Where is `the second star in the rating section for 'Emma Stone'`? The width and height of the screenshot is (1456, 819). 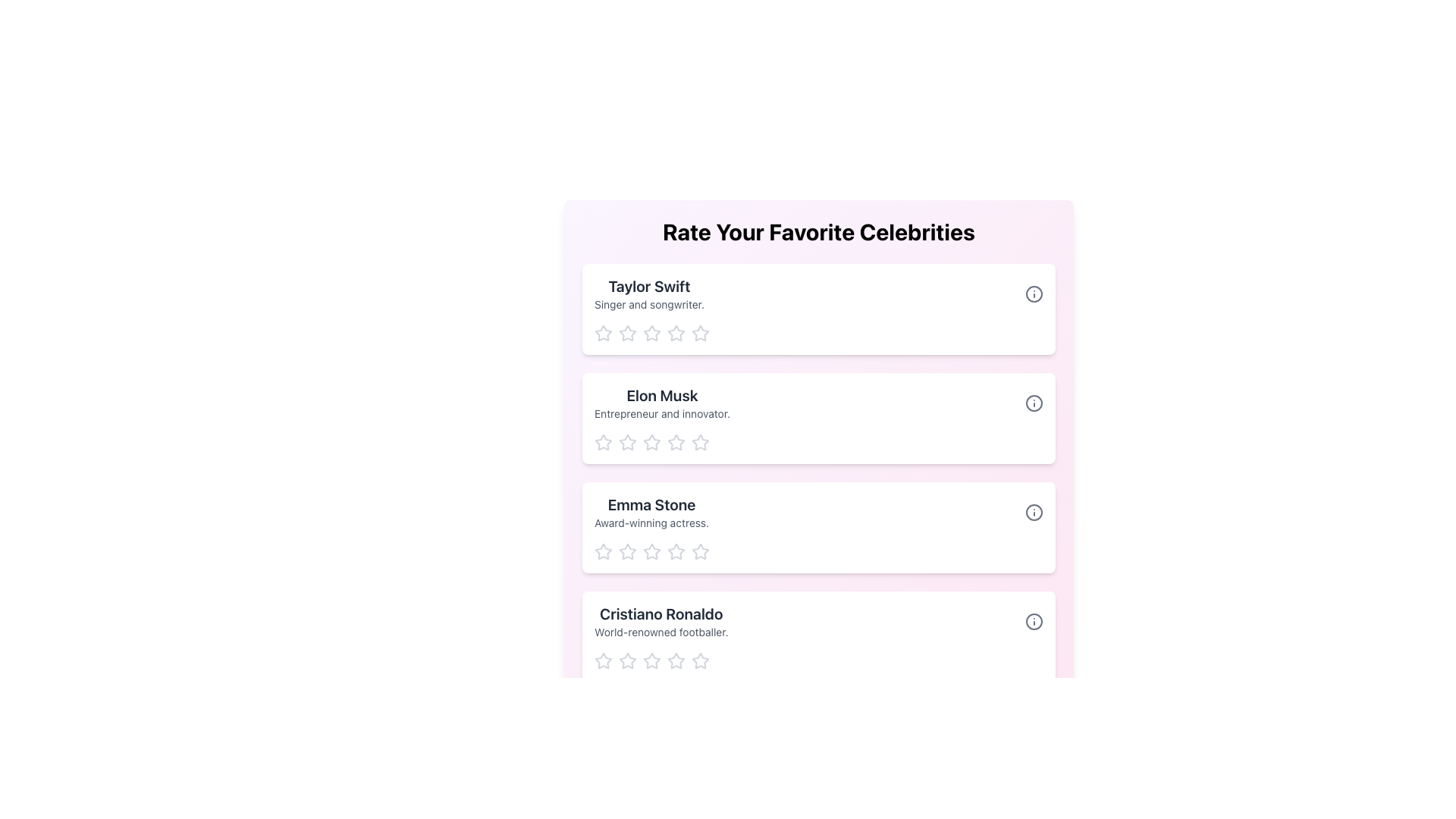 the second star in the rating section for 'Emma Stone' is located at coordinates (628, 552).